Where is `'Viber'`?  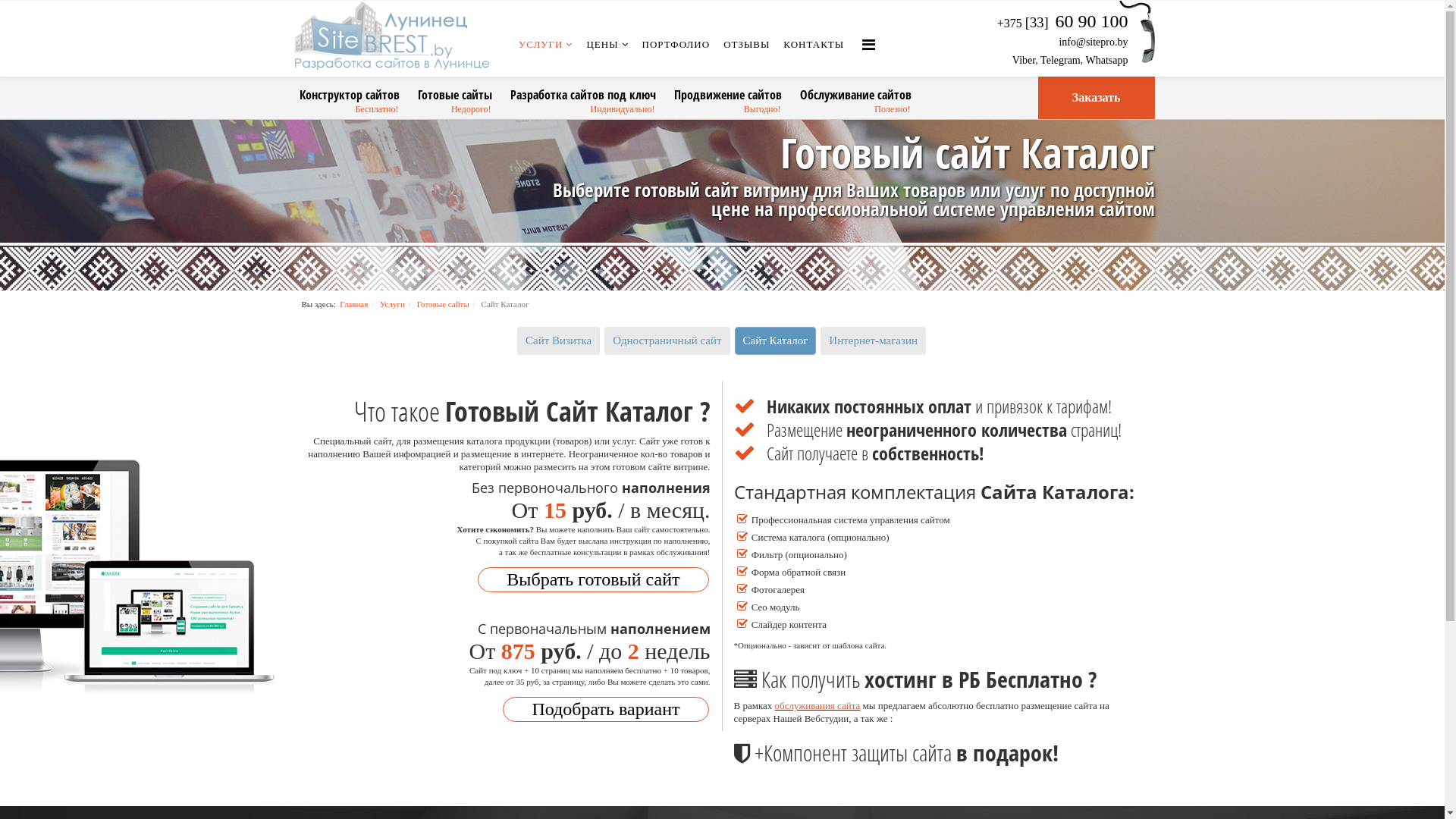 'Viber' is located at coordinates (1023, 59).